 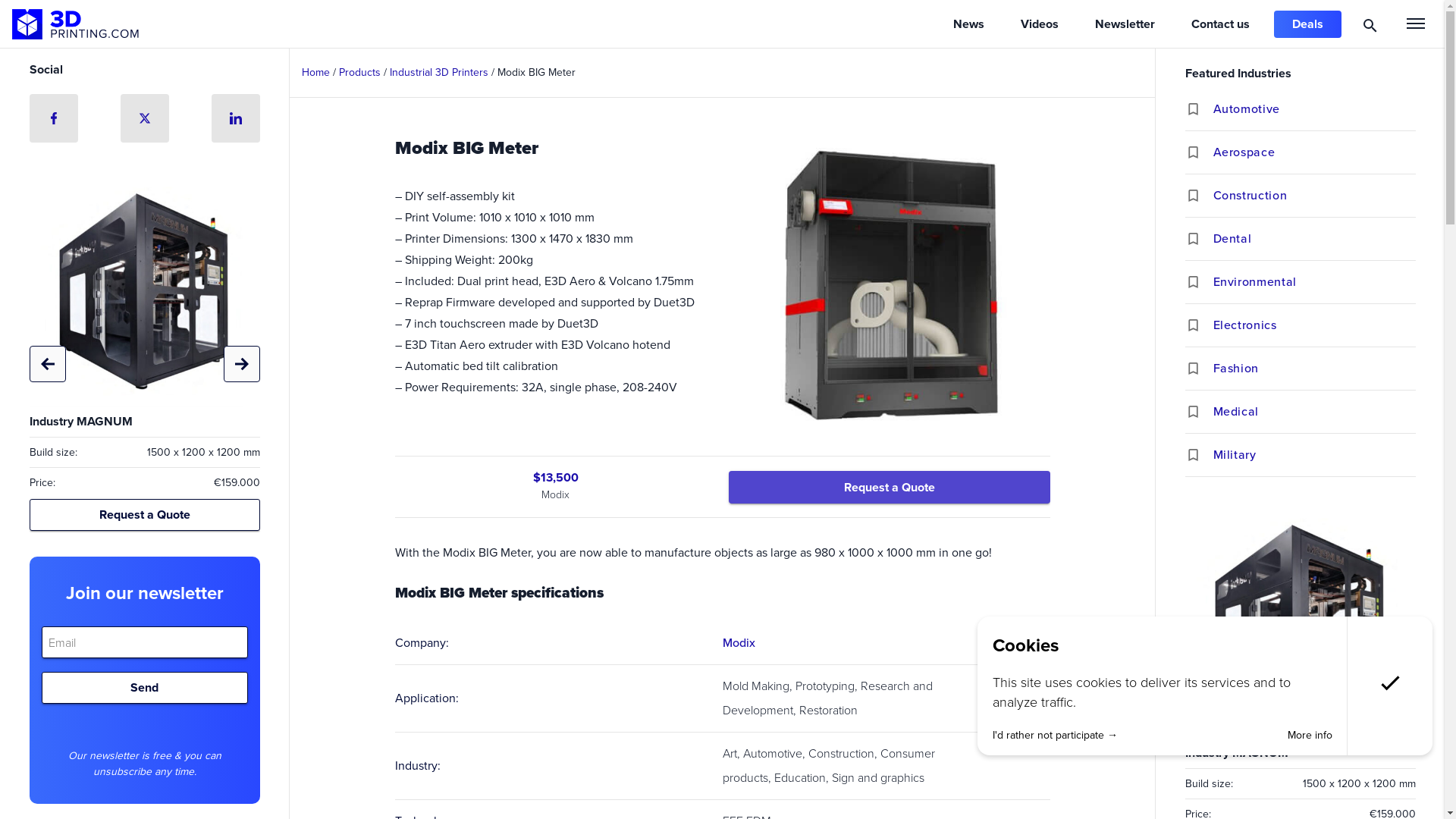 I want to click on 'Products', so click(x=359, y=72).